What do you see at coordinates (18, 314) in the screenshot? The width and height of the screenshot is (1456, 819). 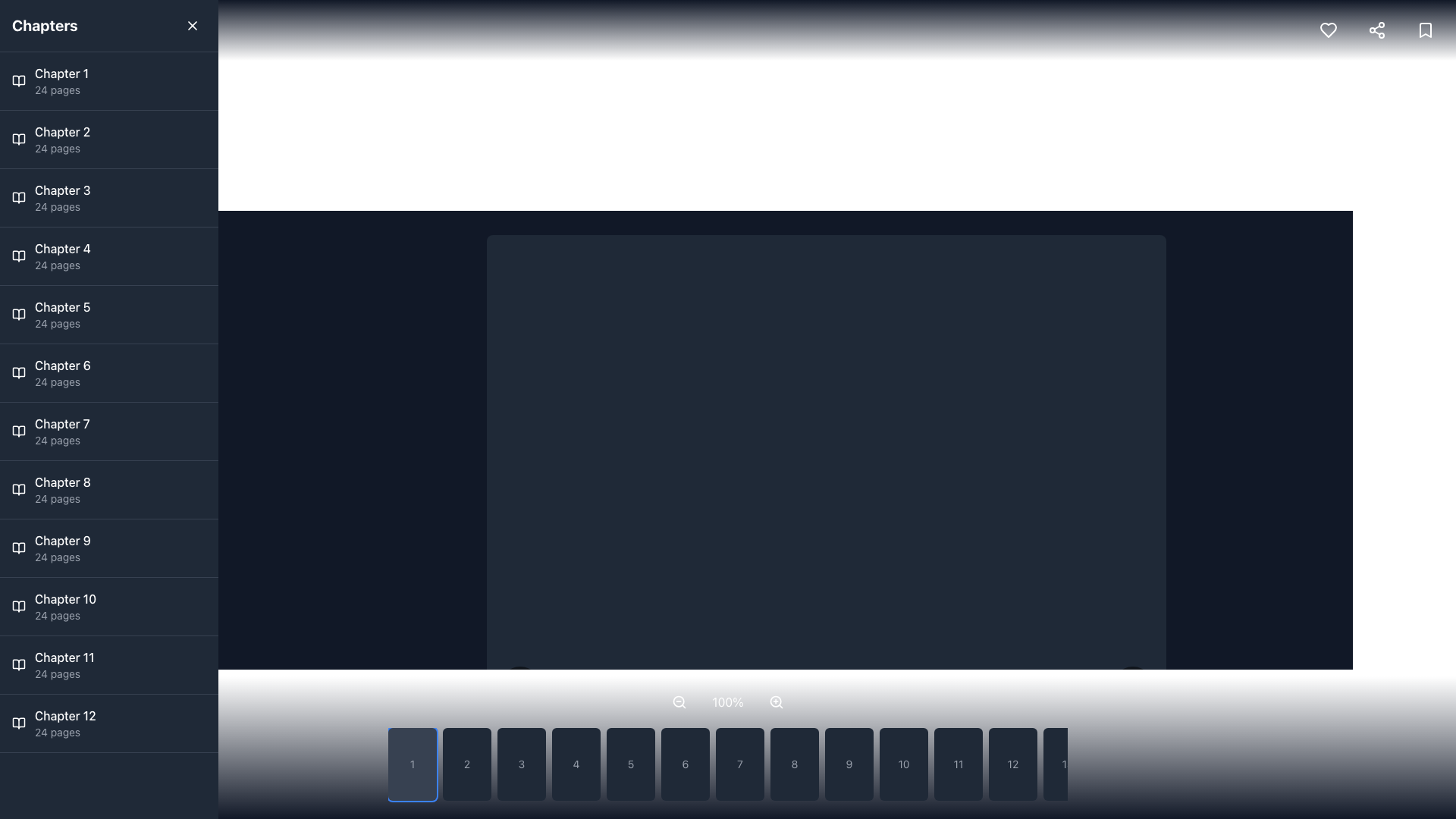 I see `the chapter icon located in the left panel adjacent to the text 'Chapter 5 24 pages'` at bounding box center [18, 314].